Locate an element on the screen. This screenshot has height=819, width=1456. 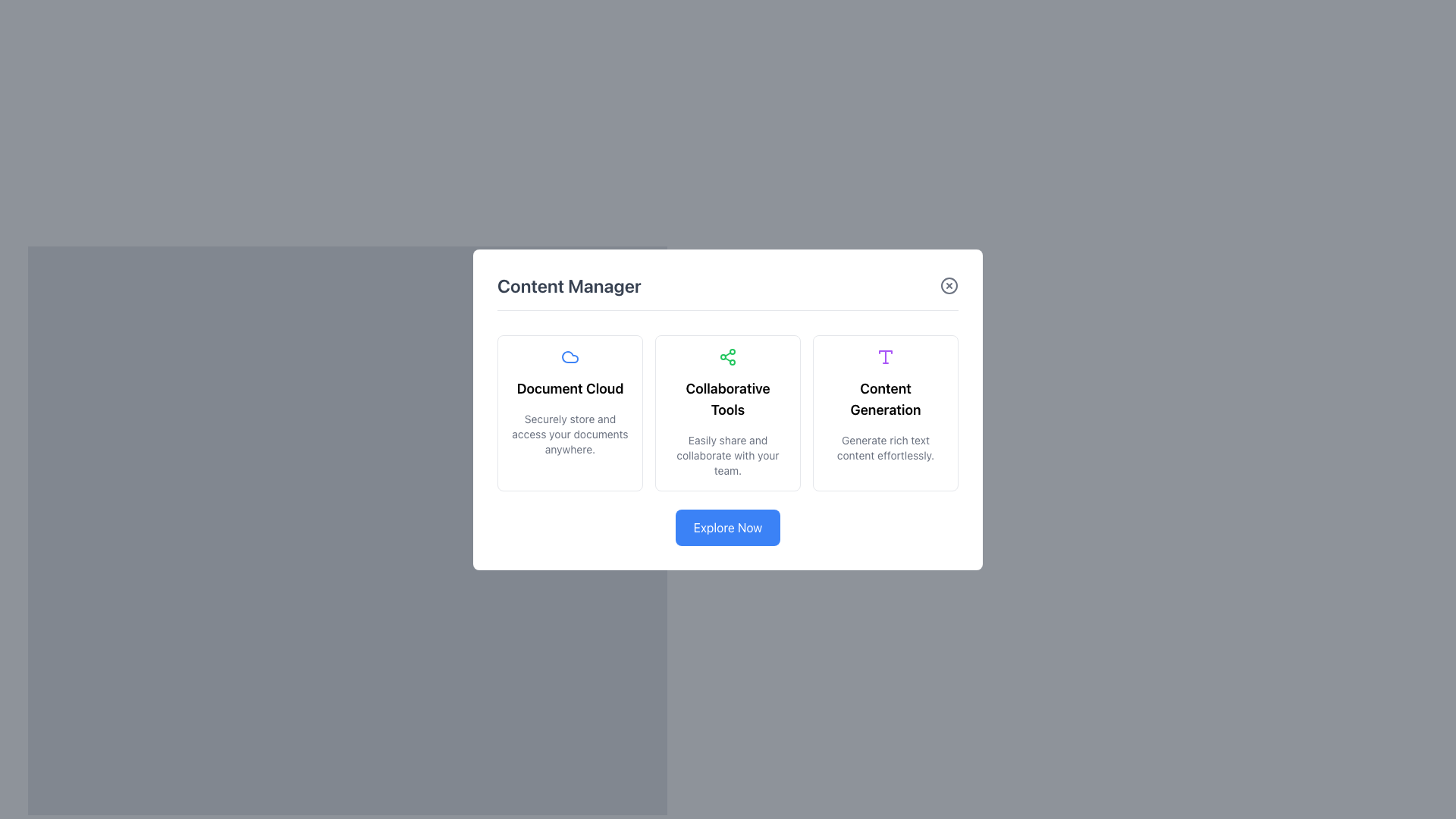
the central Informational Card that provides details about the 'Collaborative Tools' feature, positioned between the 'Document Cloud' and 'Content Generation' cards in a three-column grid layout is located at coordinates (728, 413).